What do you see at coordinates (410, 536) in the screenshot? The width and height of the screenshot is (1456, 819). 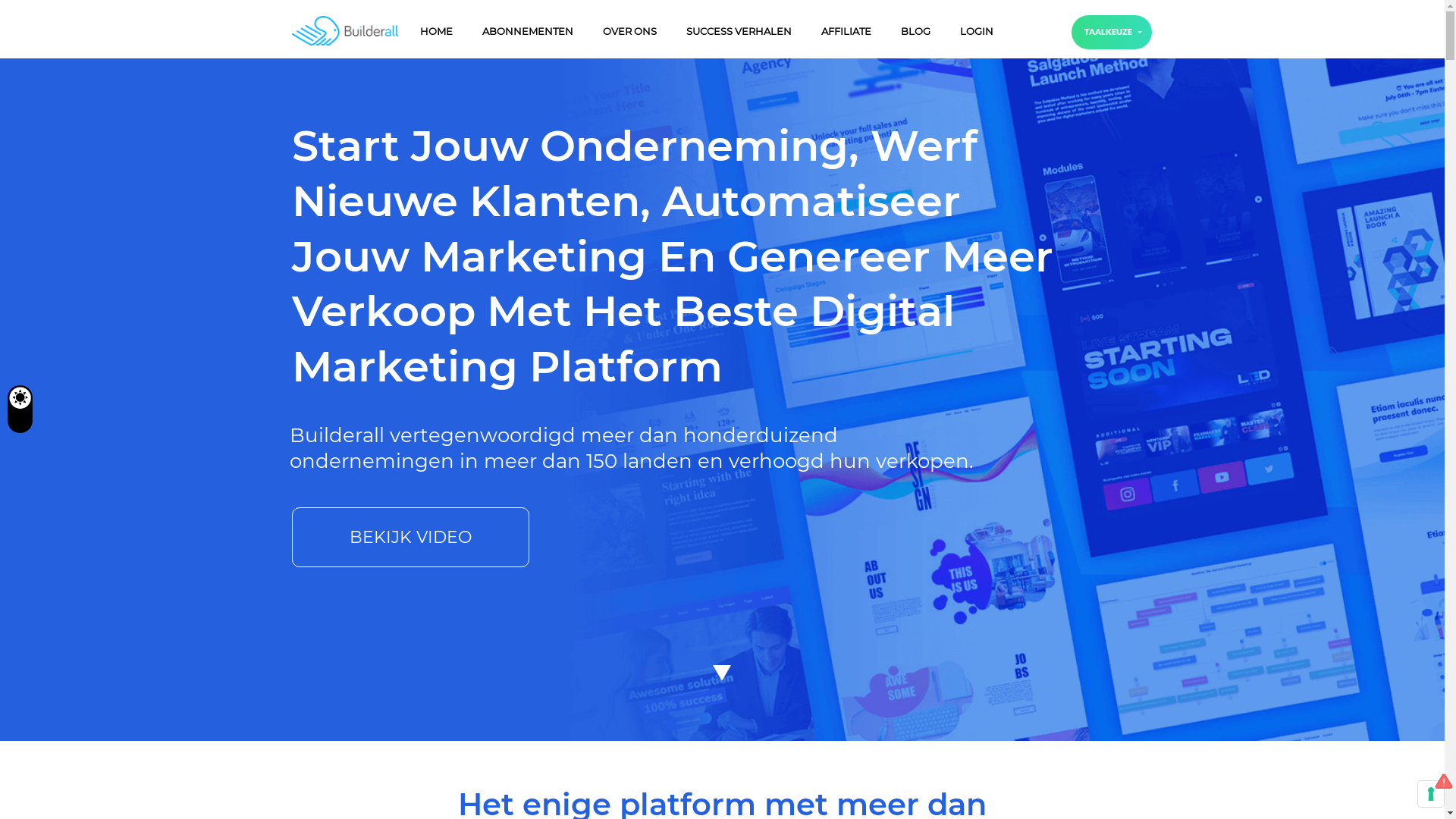 I see `'BEKIJK VIDEO'` at bounding box center [410, 536].